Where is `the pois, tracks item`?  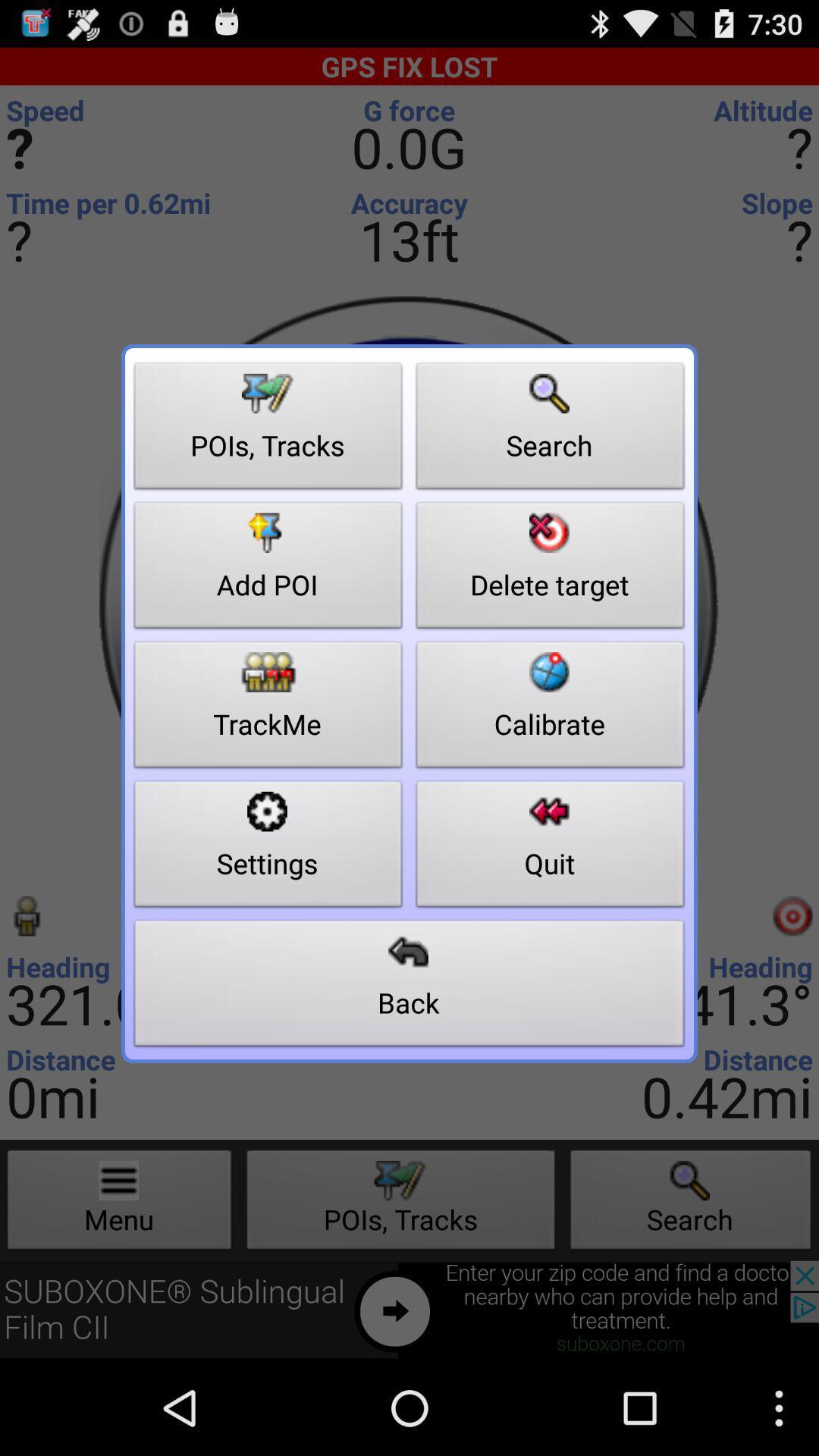
the pois, tracks item is located at coordinates (268, 429).